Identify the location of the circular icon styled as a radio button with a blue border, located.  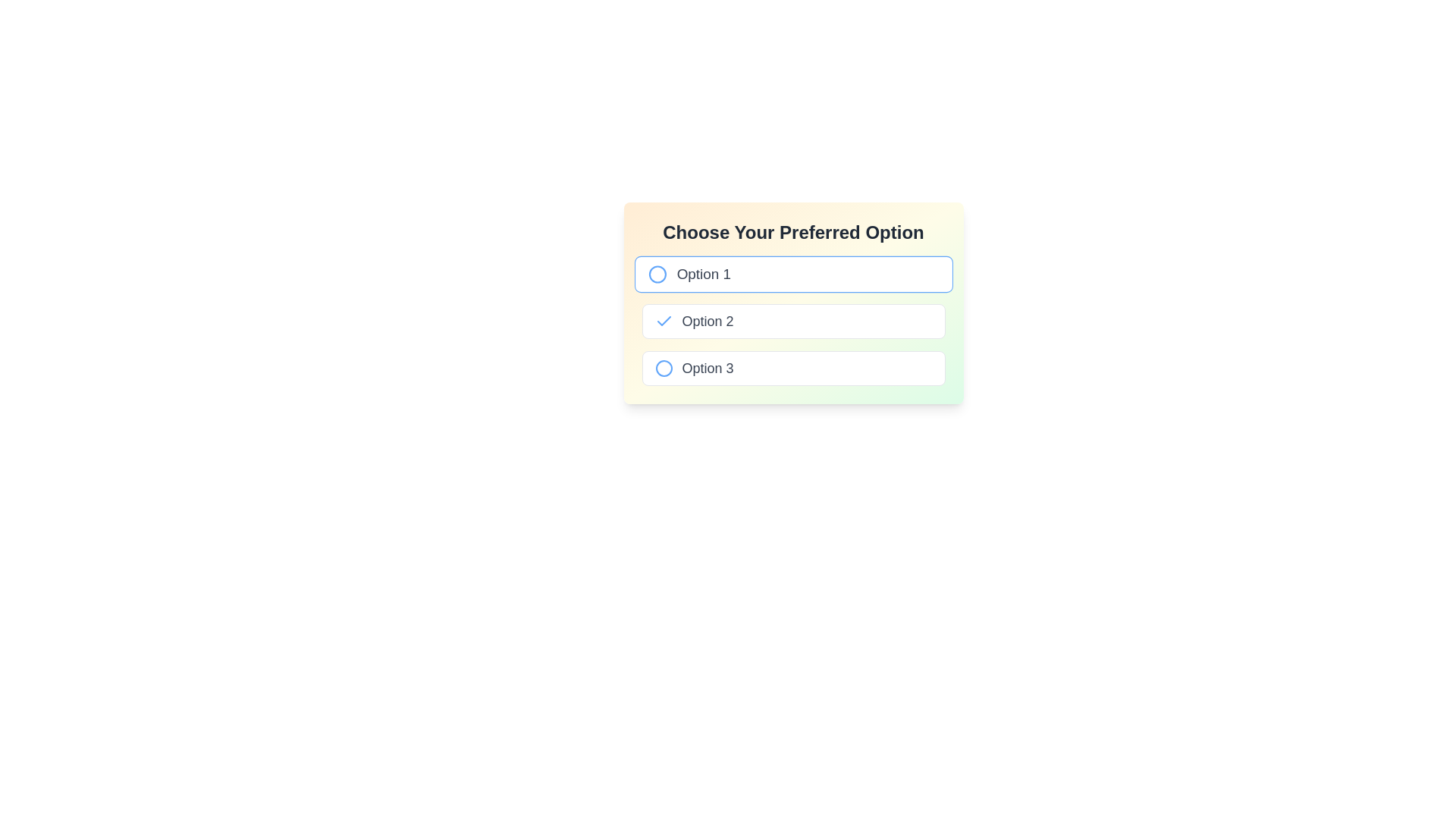
(657, 275).